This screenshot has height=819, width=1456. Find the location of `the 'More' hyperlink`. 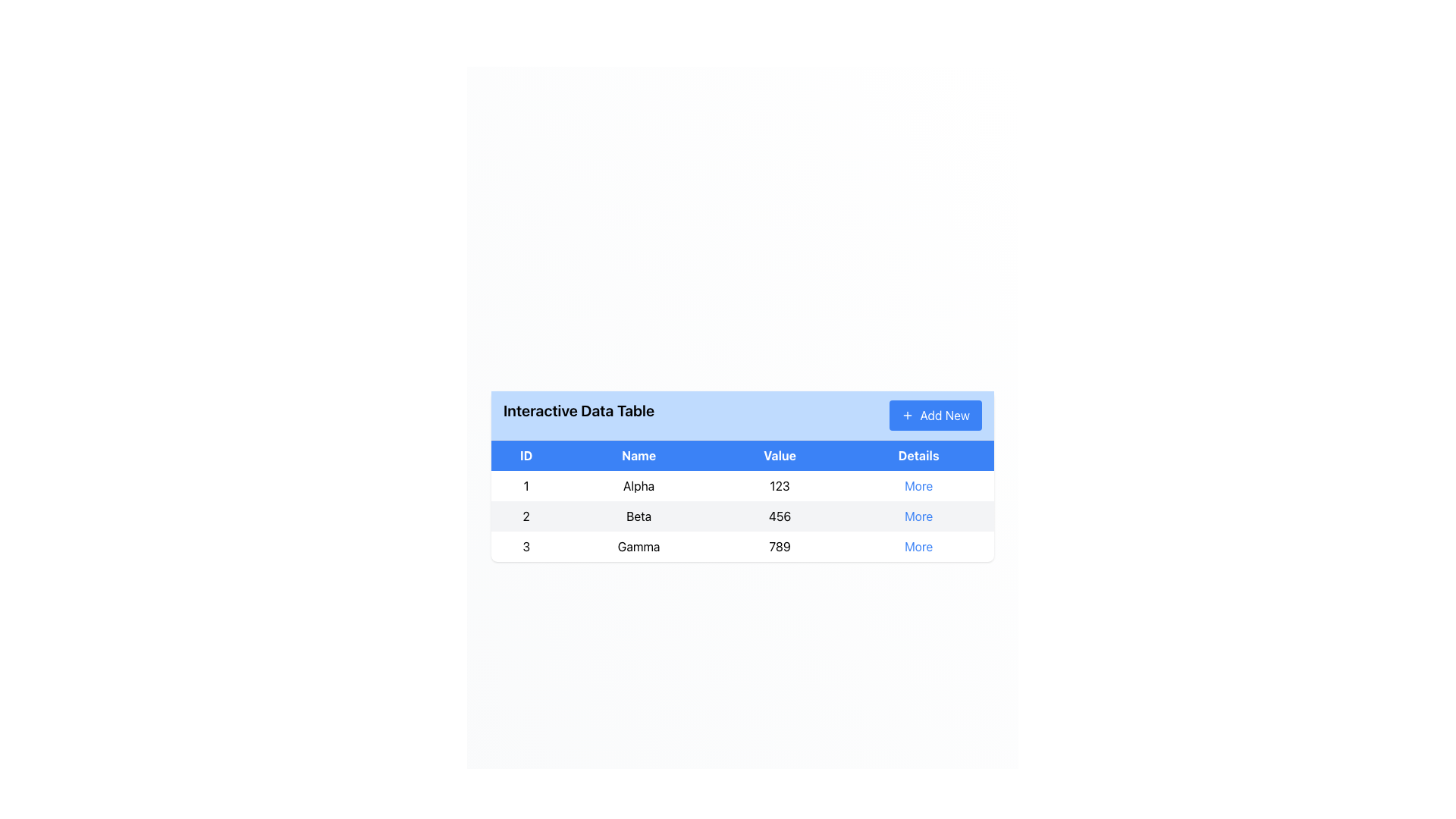

the 'More' hyperlink is located at coordinates (918, 515).